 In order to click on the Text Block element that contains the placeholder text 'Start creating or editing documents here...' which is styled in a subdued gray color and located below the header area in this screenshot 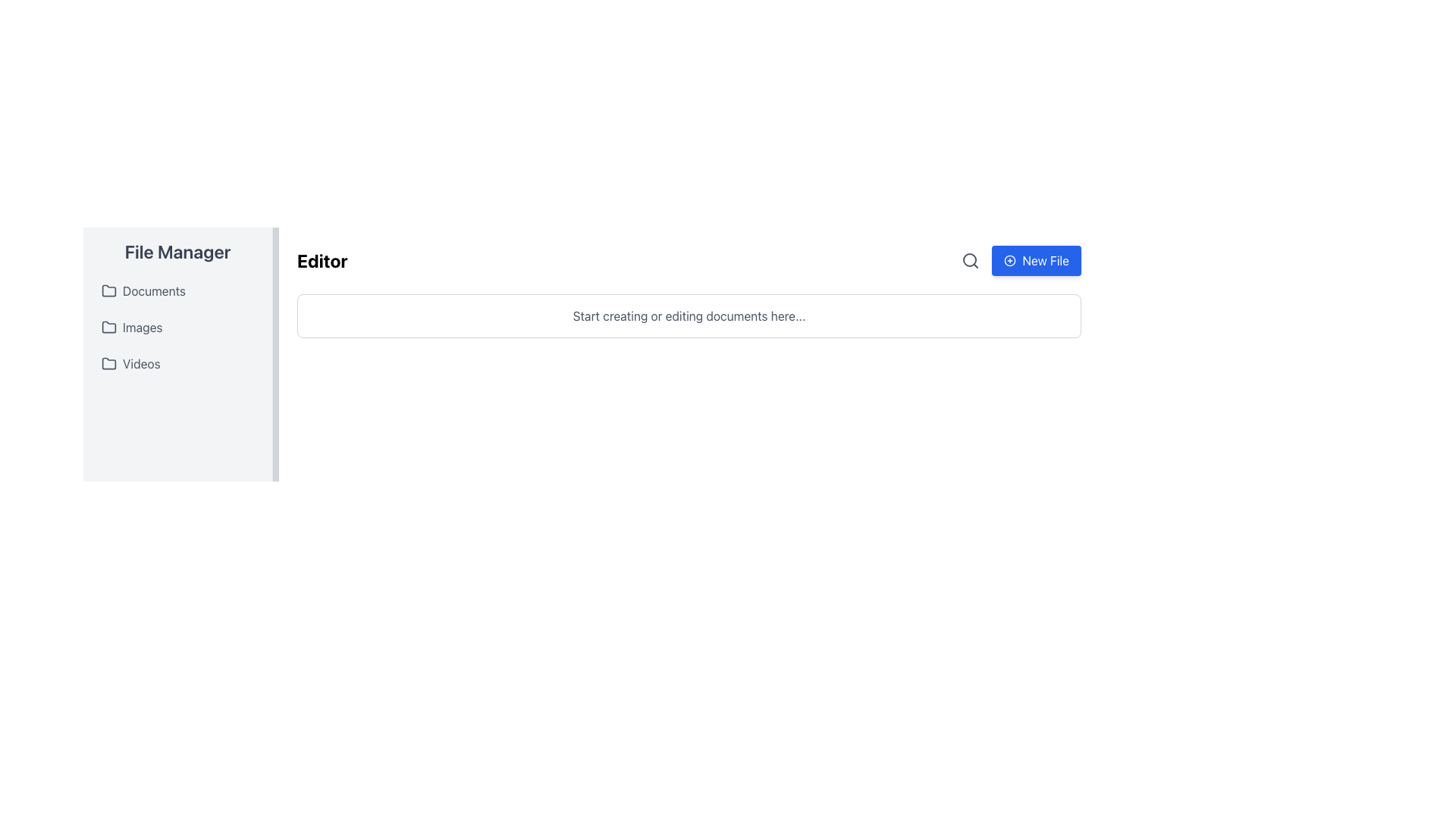, I will do `click(688, 315)`.